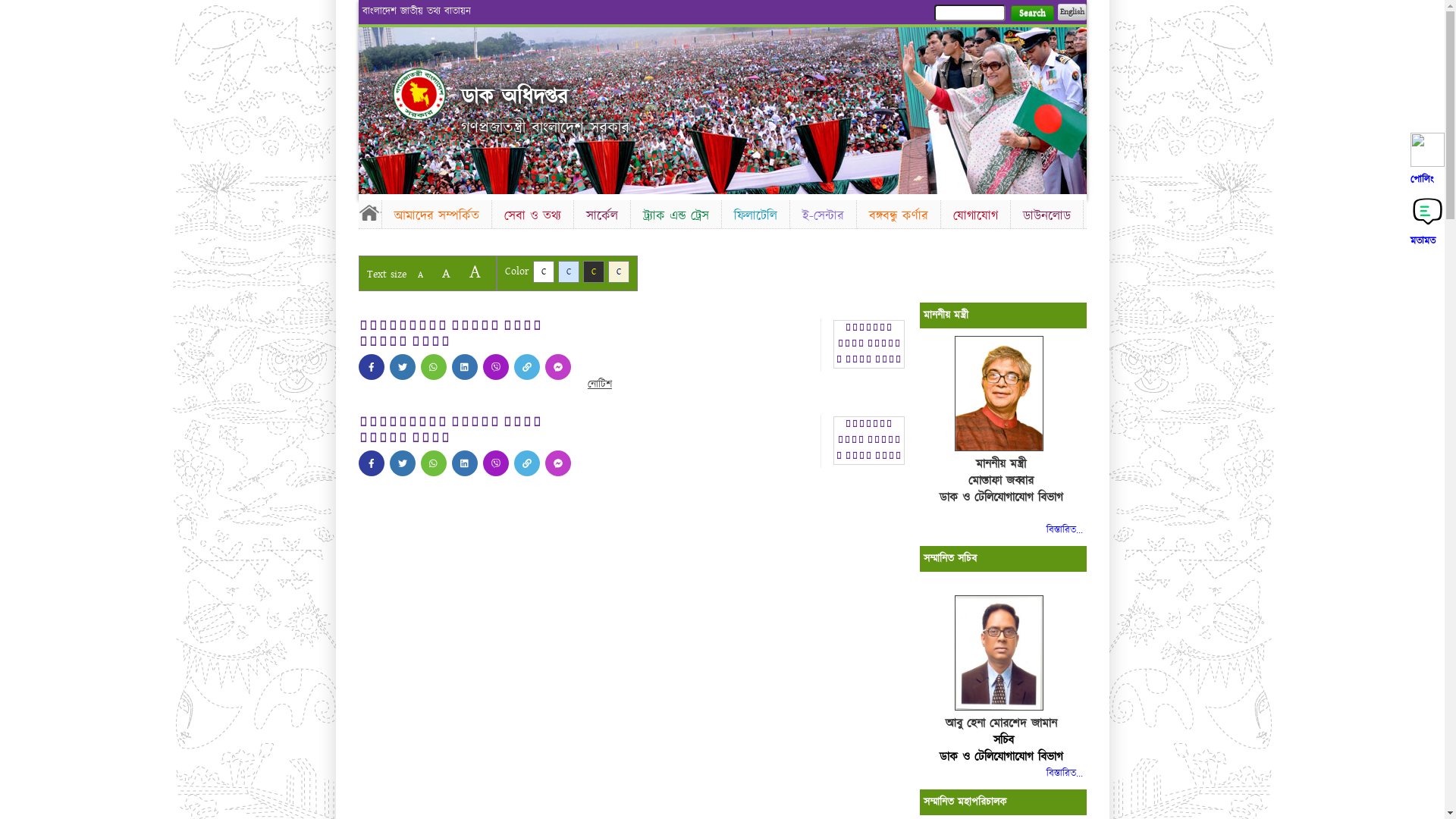 The height and width of the screenshot is (819, 1456). I want to click on 'Search', so click(1031, 13).